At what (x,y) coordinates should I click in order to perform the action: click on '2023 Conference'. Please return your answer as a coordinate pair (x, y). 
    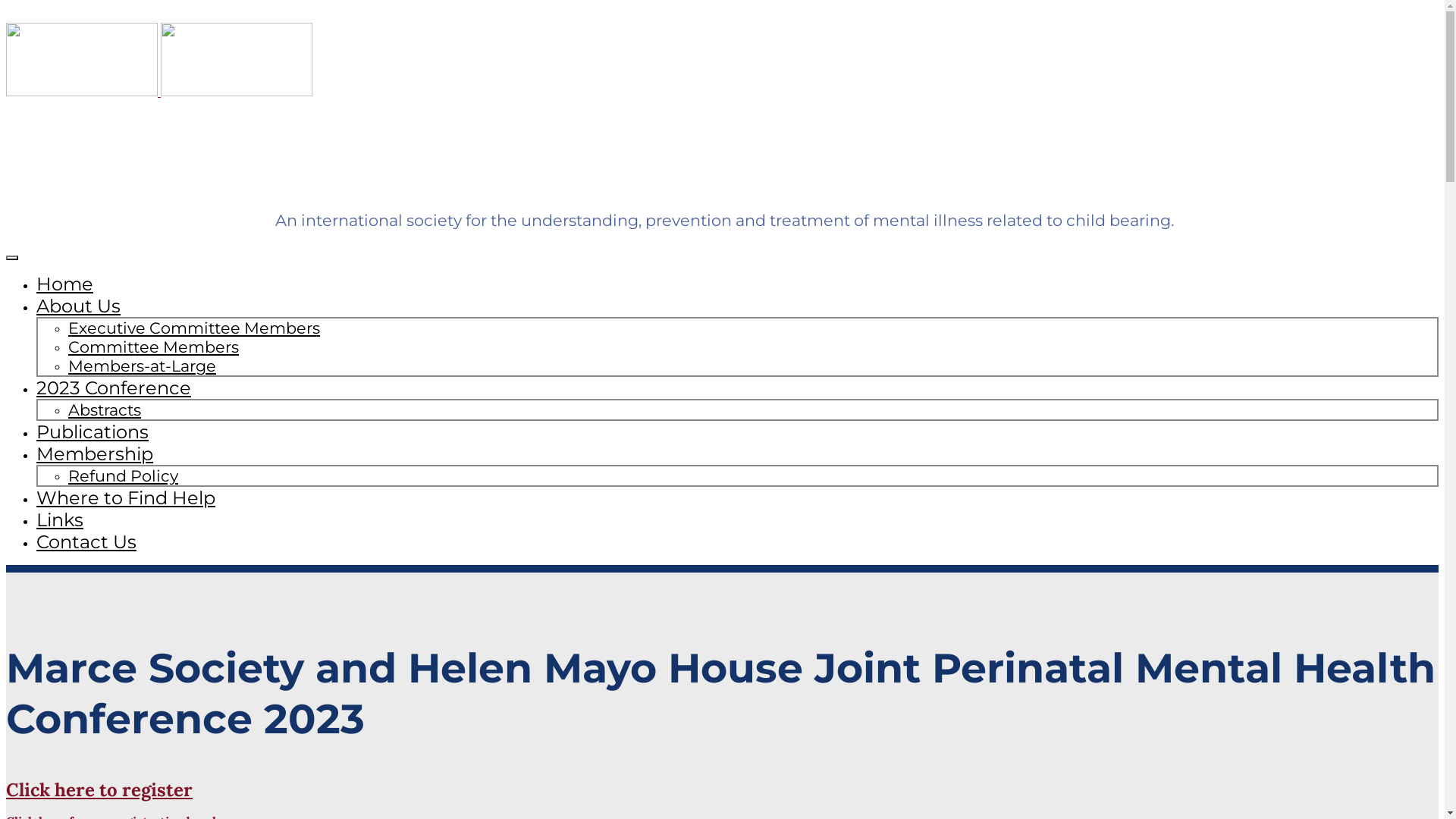
    Looking at the image, I should click on (112, 387).